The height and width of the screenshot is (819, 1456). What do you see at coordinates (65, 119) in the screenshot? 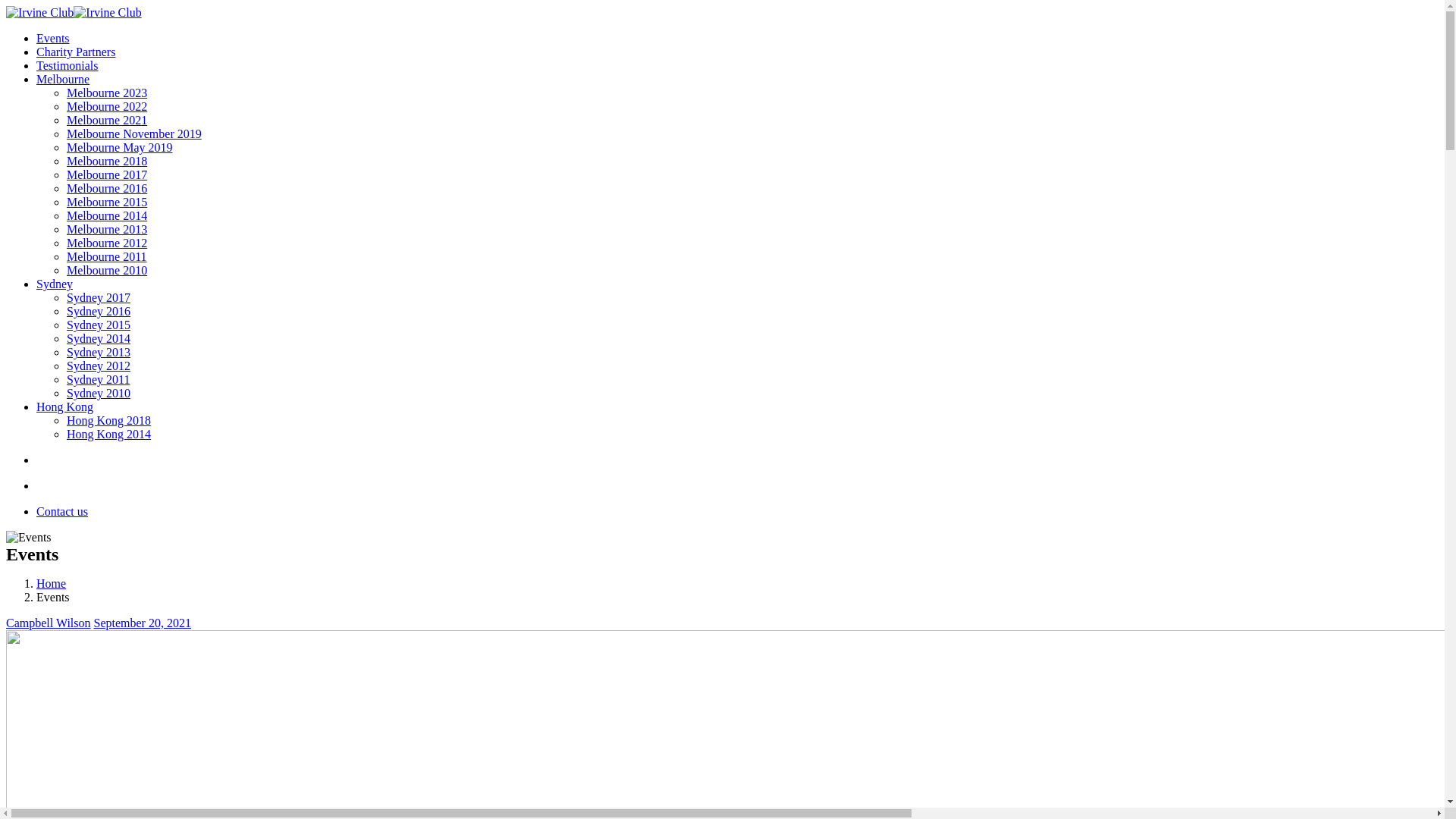
I see `'Melbourne 2021'` at bounding box center [65, 119].